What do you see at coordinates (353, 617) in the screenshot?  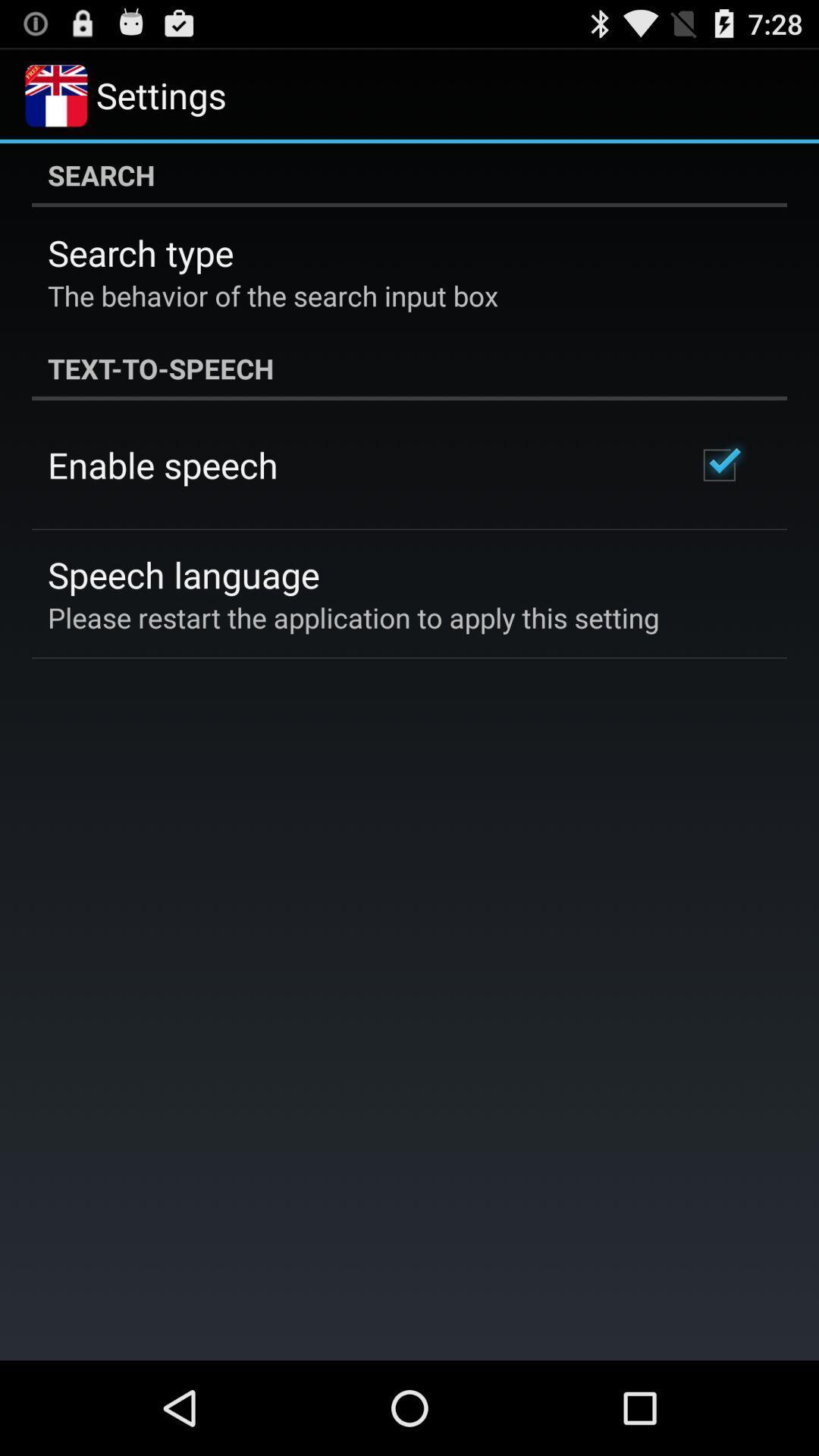 I see `the please restart the app` at bounding box center [353, 617].